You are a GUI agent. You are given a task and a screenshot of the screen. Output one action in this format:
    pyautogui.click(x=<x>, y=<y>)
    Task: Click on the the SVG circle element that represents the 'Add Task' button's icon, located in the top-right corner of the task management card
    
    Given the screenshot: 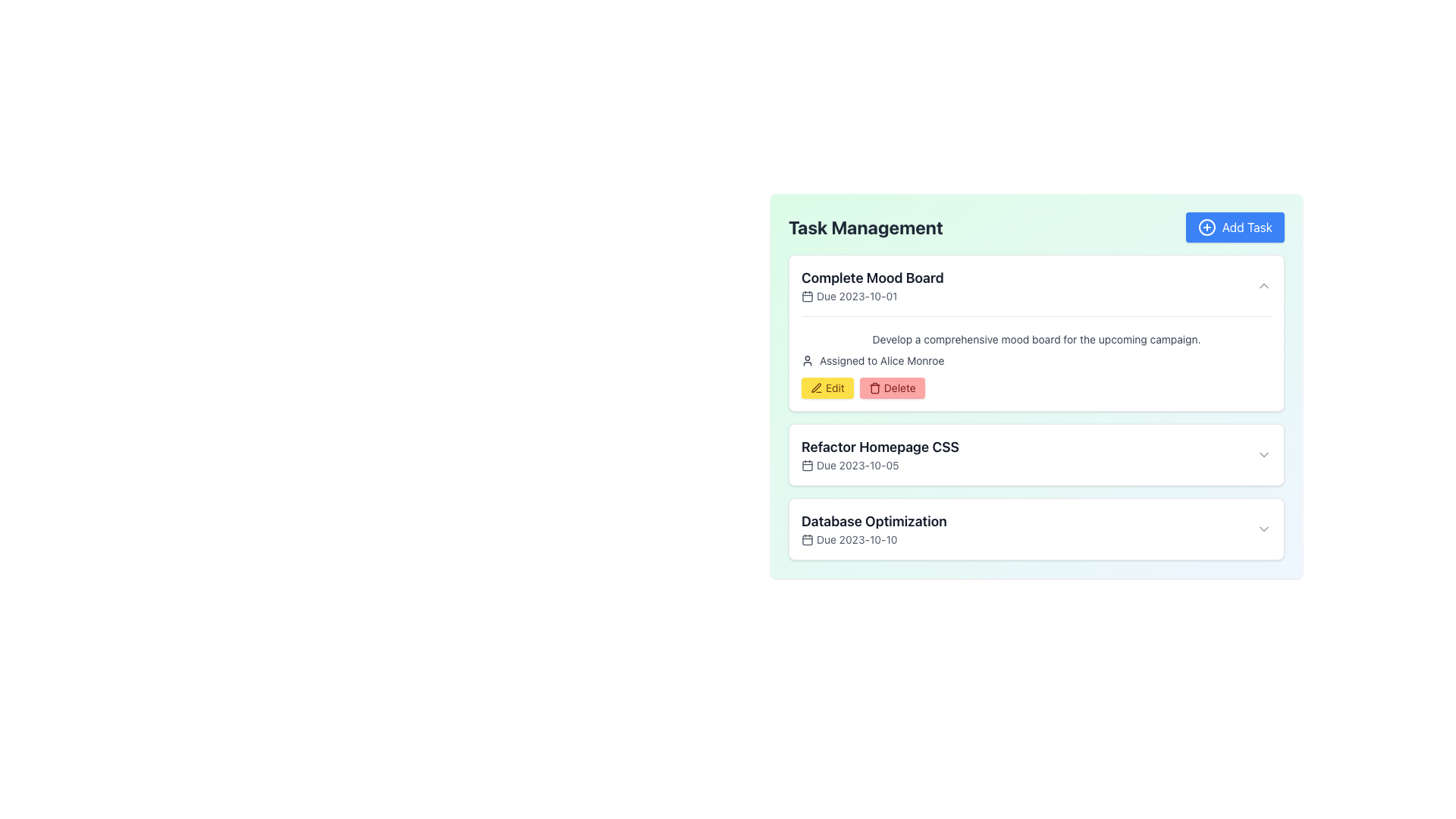 What is the action you would take?
    pyautogui.click(x=1206, y=227)
    